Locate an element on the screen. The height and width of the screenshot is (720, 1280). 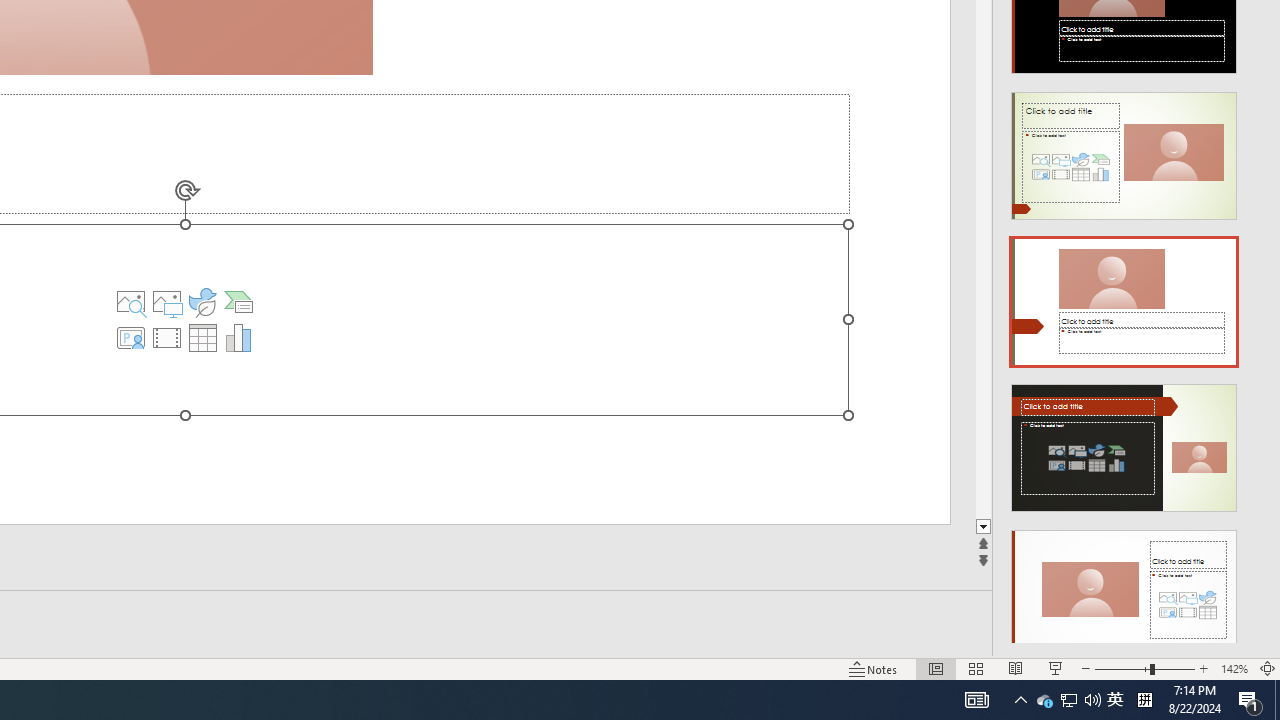
'Insert a SmartArt Graphic' is located at coordinates (238, 302).